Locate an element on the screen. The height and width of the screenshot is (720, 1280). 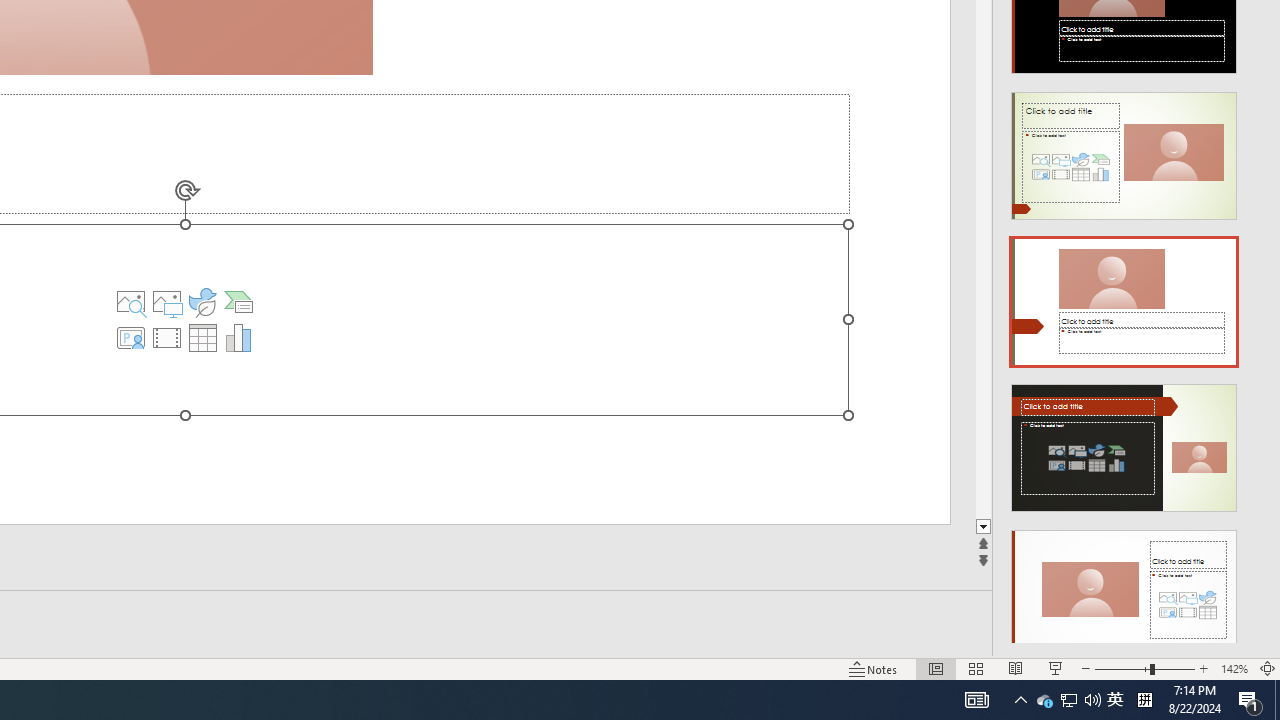
'Insert a SmartArt Graphic' is located at coordinates (238, 302).